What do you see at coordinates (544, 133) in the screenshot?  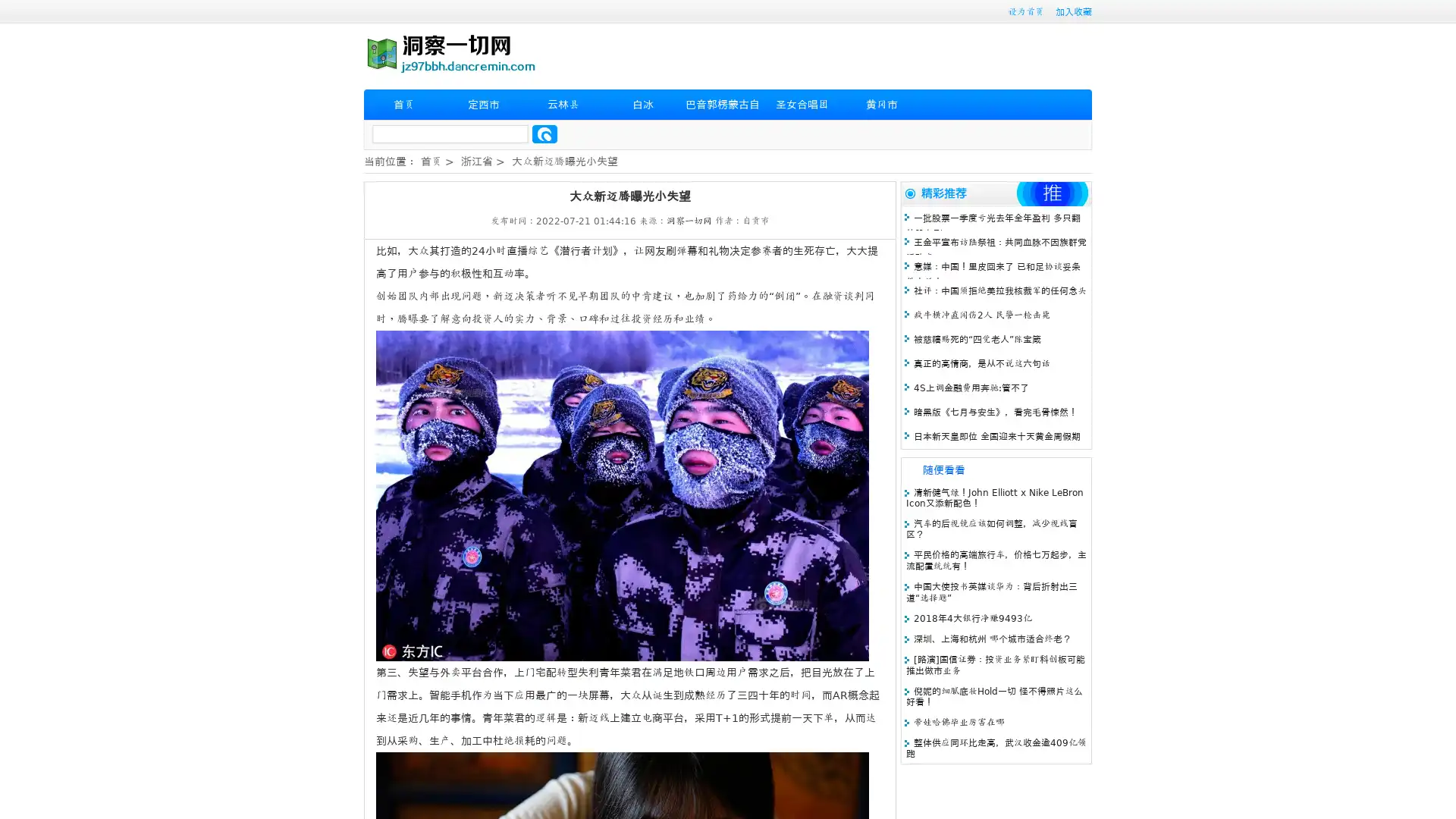 I see `Search` at bounding box center [544, 133].